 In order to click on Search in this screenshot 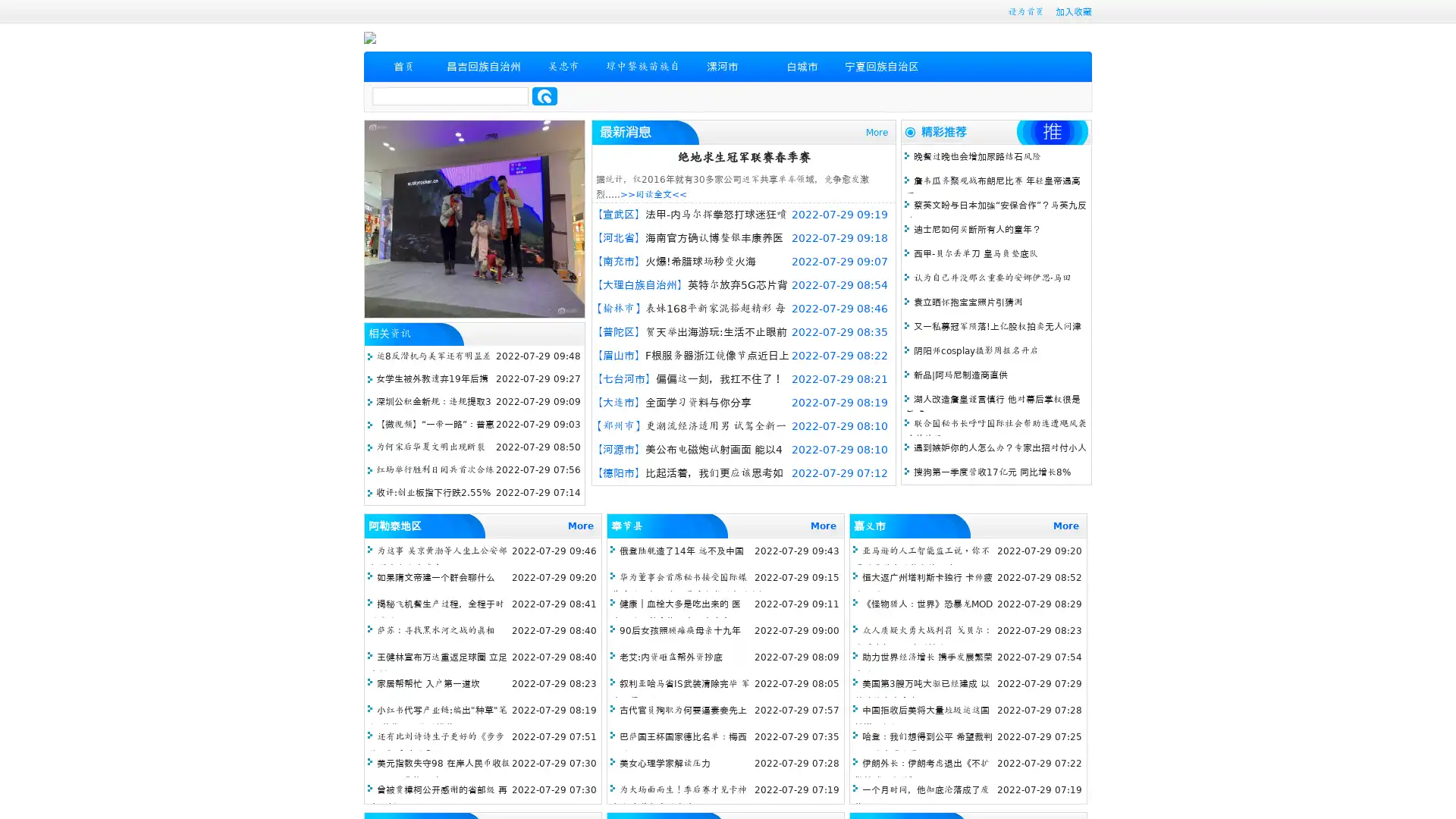, I will do `click(544, 96)`.